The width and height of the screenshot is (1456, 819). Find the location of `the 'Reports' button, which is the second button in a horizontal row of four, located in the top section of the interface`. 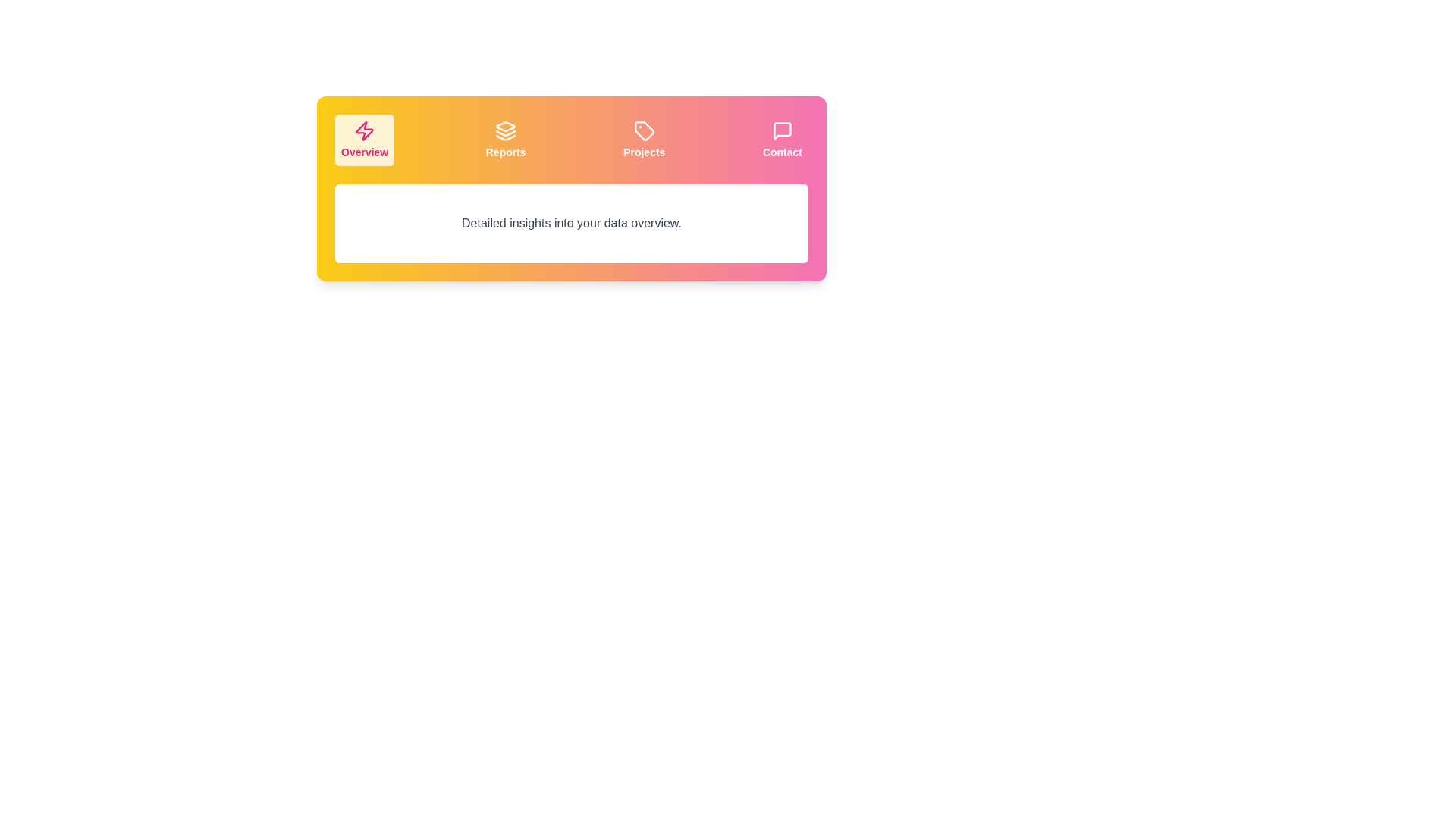

the 'Reports' button, which is the second button in a horizontal row of four, located in the top section of the interface is located at coordinates (506, 140).